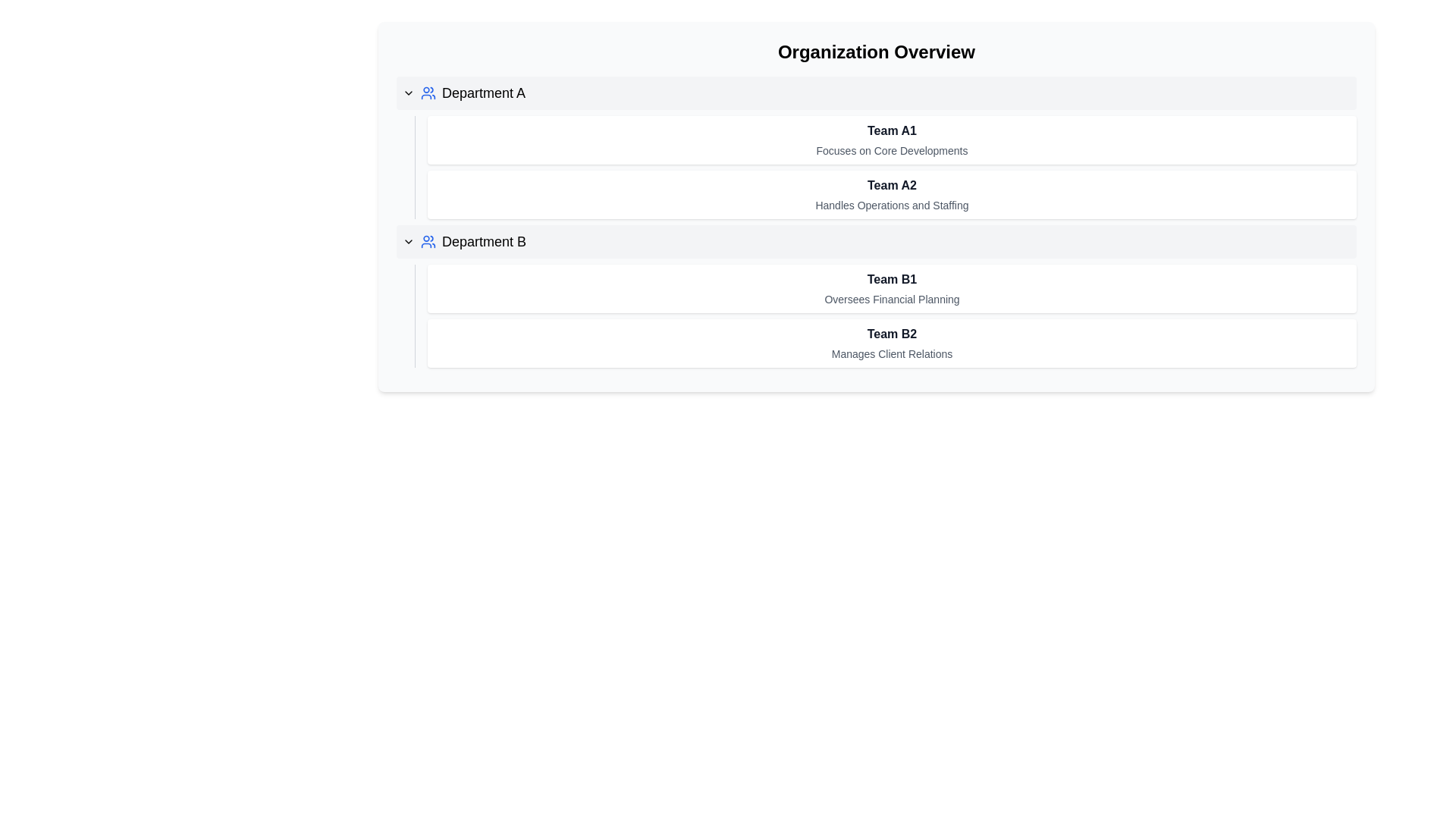 This screenshot has width=1456, height=819. I want to click on the small downward-pointing chevron icon next to the 'Department B' section header, so click(408, 241).